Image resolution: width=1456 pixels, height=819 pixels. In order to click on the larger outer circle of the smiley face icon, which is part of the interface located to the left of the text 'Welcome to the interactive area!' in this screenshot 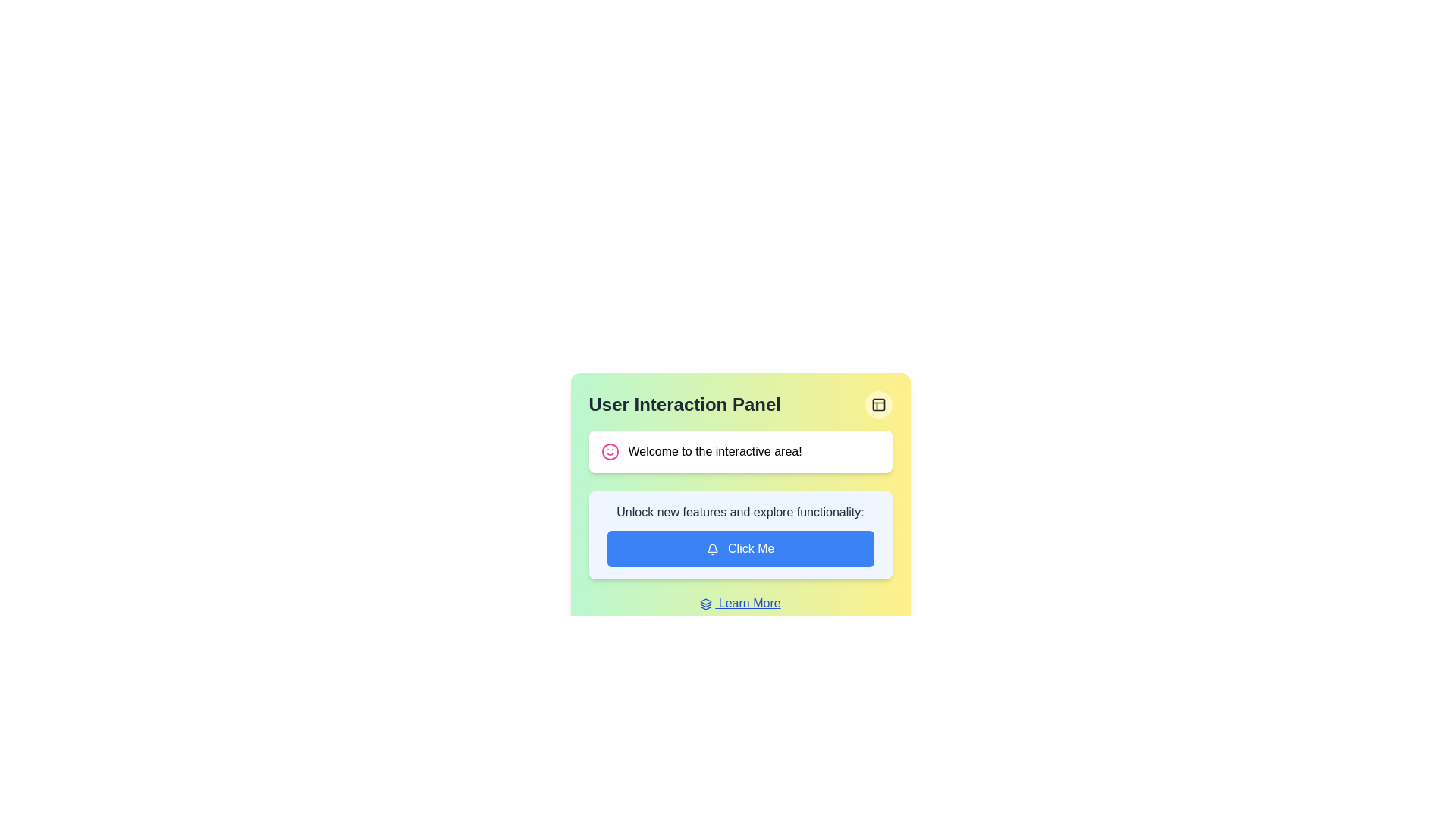, I will do `click(610, 451)`.